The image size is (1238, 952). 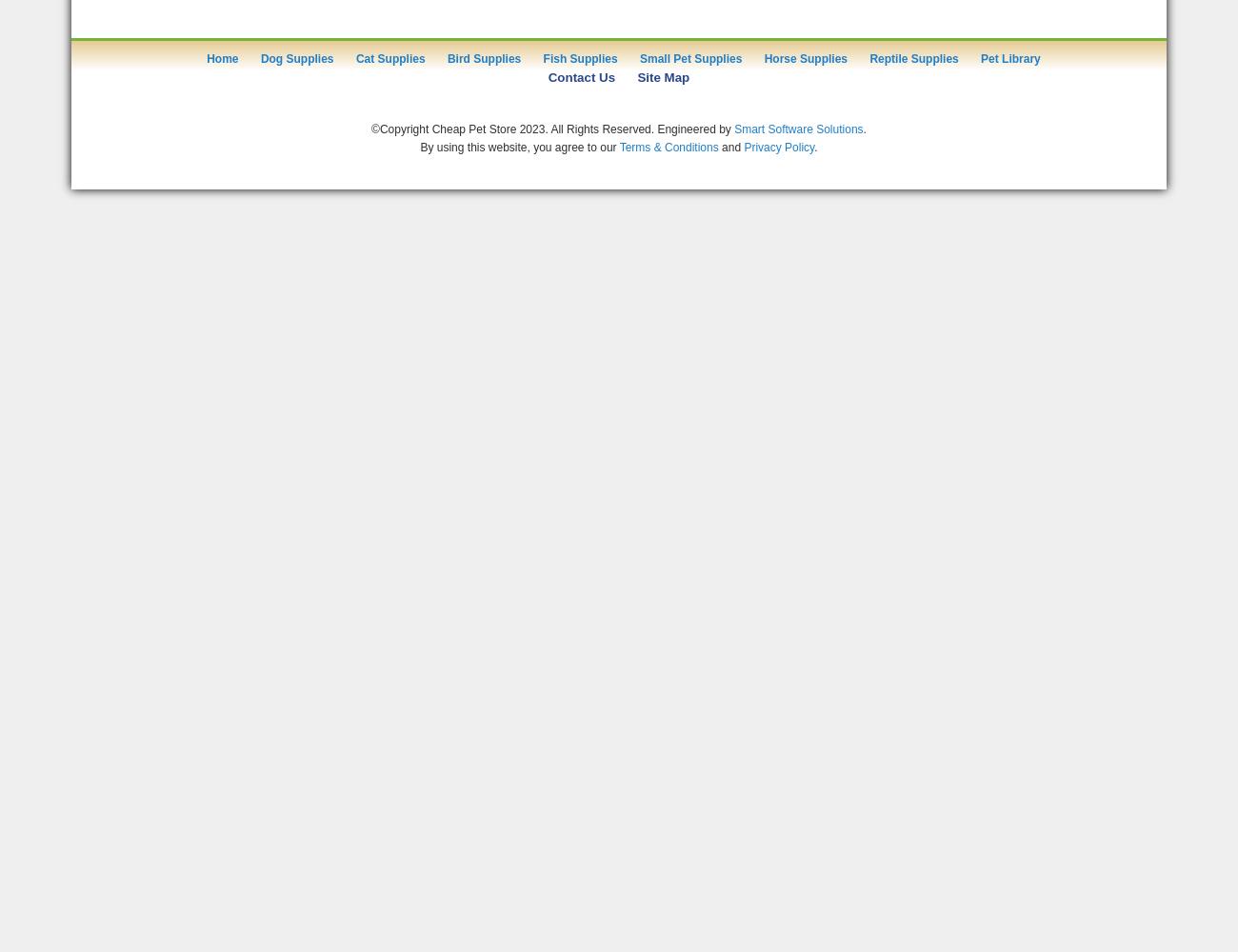 I want to click on 'Smart Software Solutions', so click(x=798, y=129).